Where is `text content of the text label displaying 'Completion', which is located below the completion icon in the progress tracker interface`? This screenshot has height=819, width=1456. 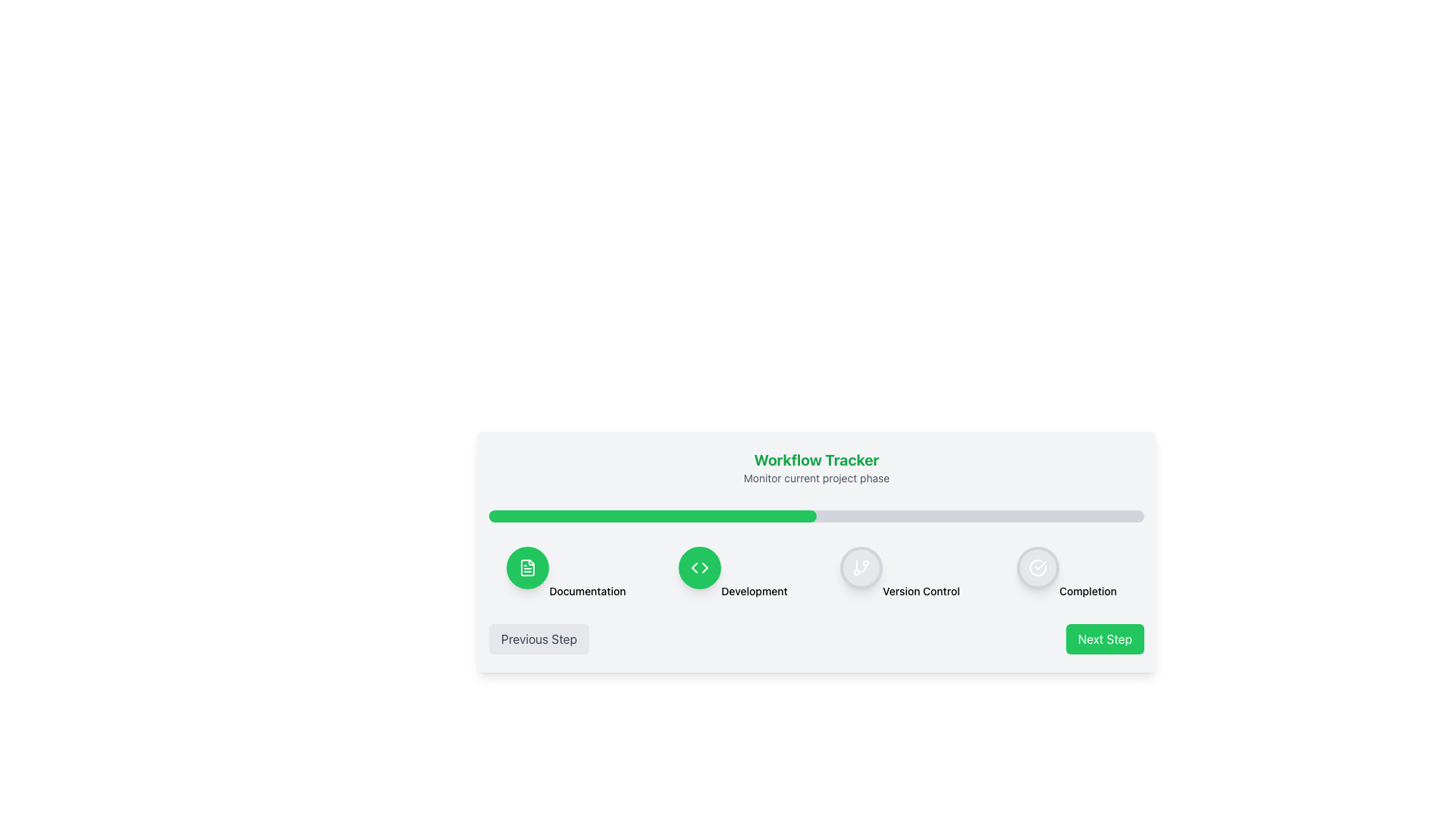
text content of the text label displaying 'Completion', which is located below the completion icon in the progress tracker interface is located at coordinates (1087, 590).